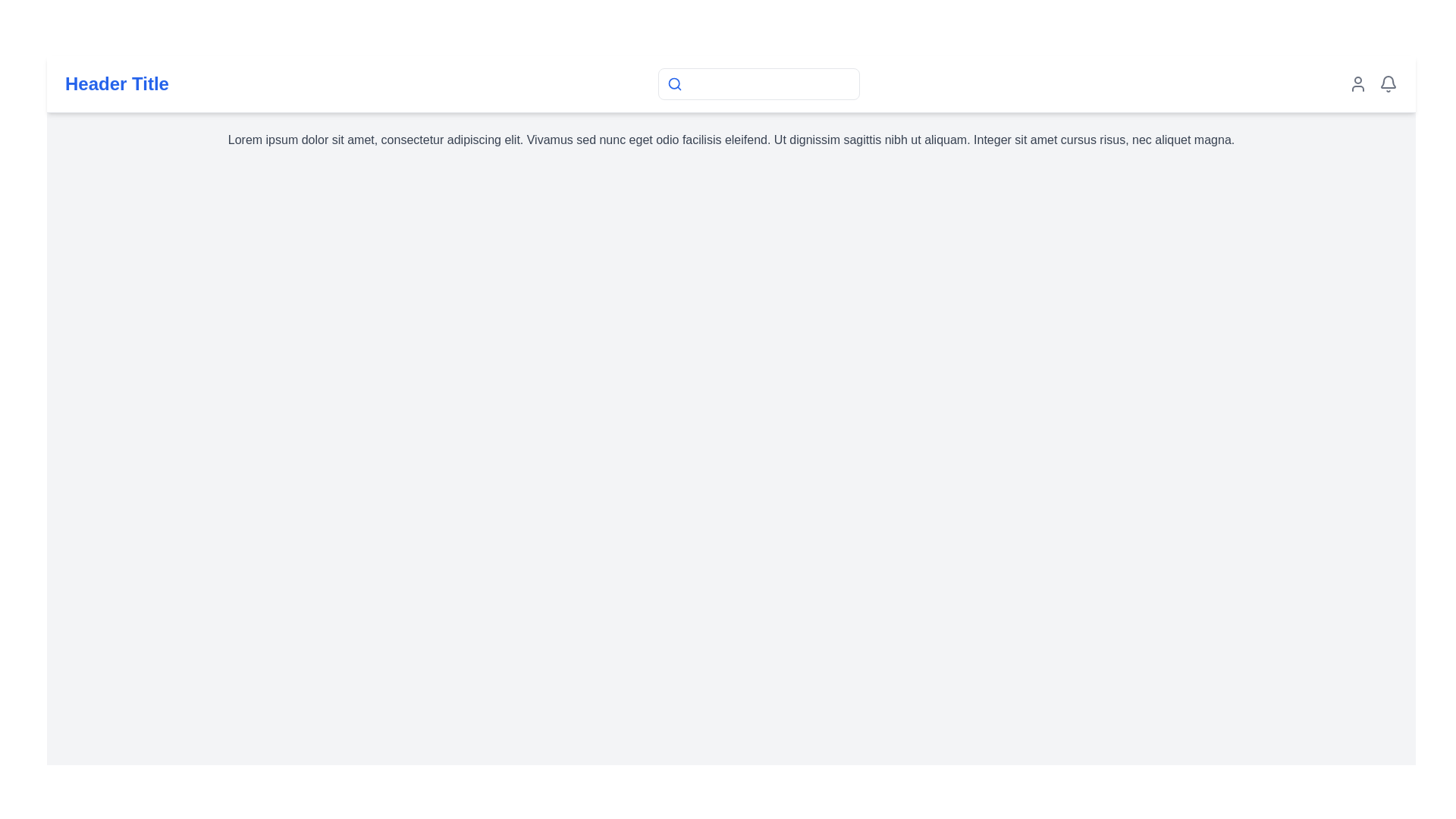  I want to click on the text block styled in gray font that contains the text 'Lorem ipsum dolor sit amet, consectetur adipiscing elit...' located beneath the header titled 'Header Title', so click(731, 140).